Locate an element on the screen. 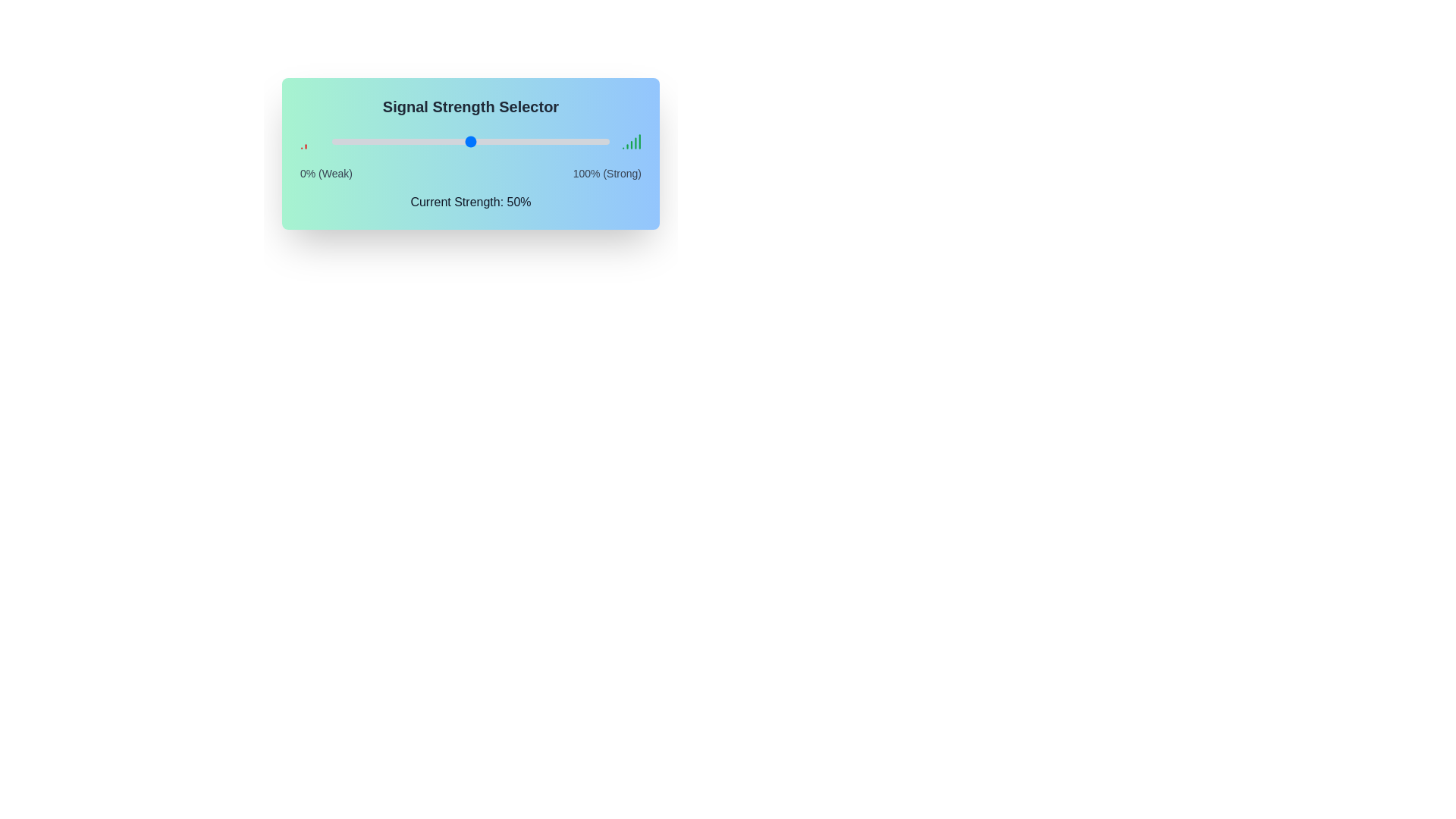 This screenshot has width=1456, height=819. the signal strength slider to 0% is located at coordinates (331, 141).